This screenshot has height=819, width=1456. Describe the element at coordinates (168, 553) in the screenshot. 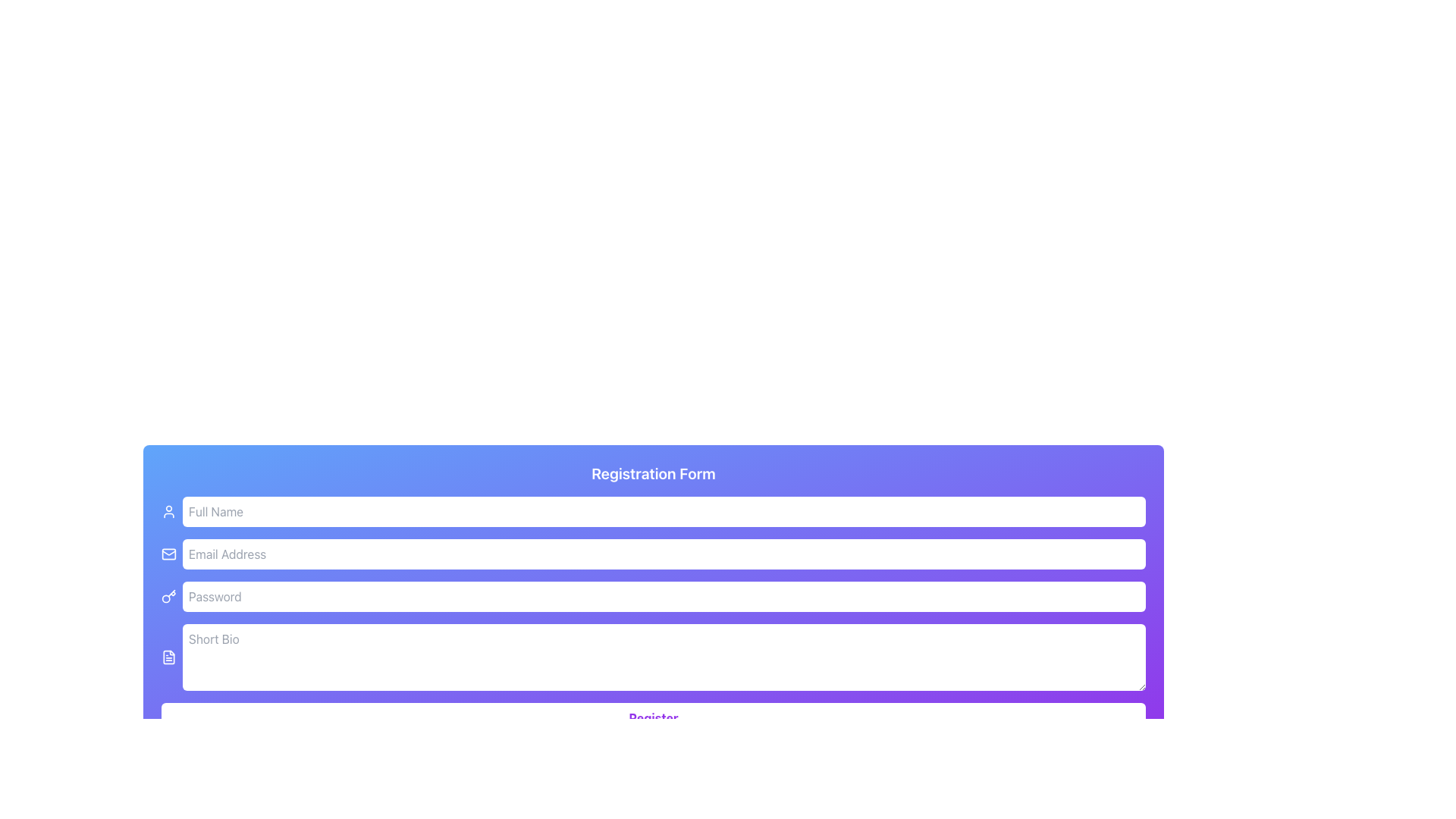

I see `the email icon located to the left of the 'Email Address' input field in the registration interface` at that location.